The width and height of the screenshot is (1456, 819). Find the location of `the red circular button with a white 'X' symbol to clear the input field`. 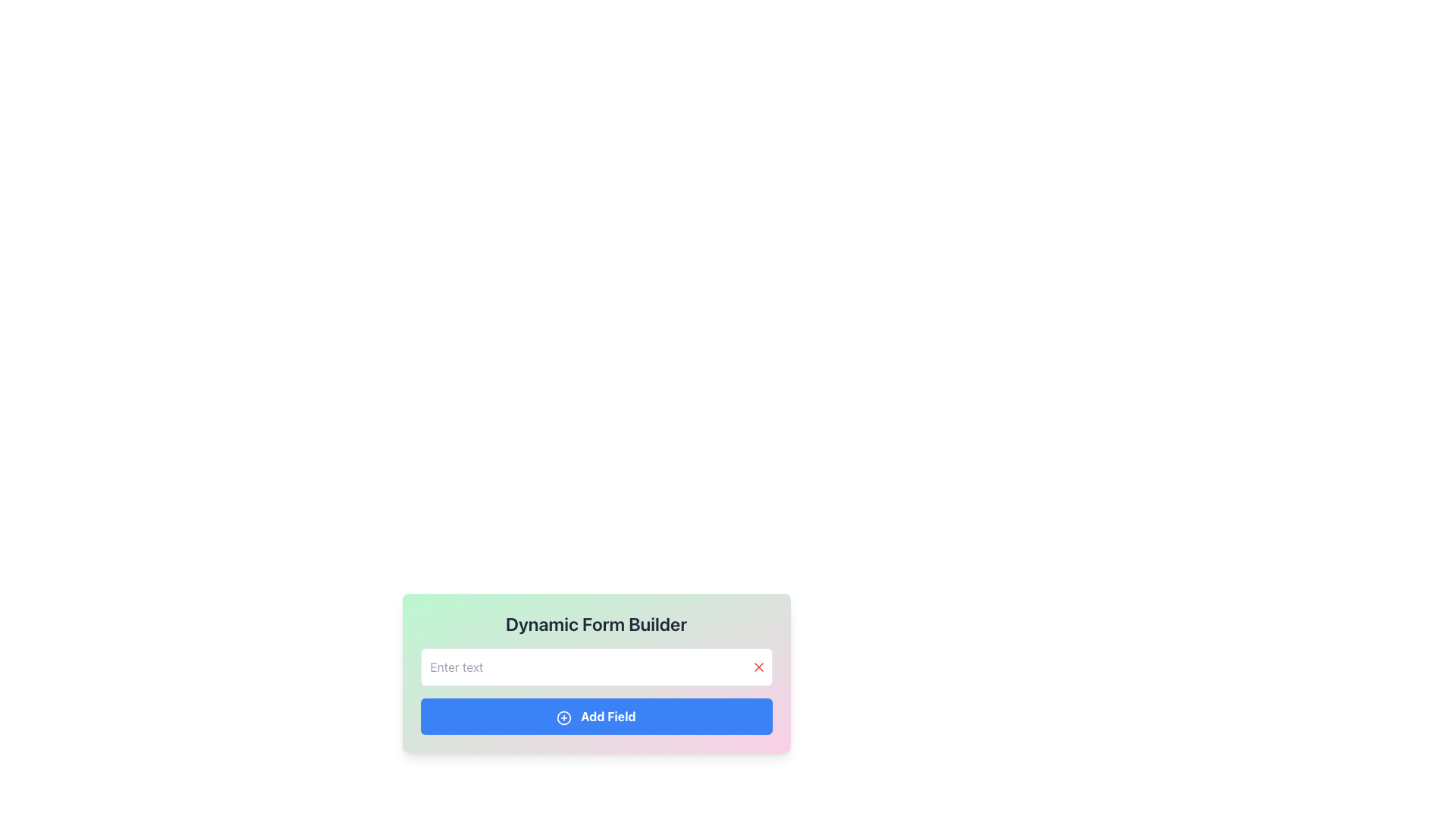

the red circular button with a white 'X' symbol to clear the input field is located at coordinates (758, 666).